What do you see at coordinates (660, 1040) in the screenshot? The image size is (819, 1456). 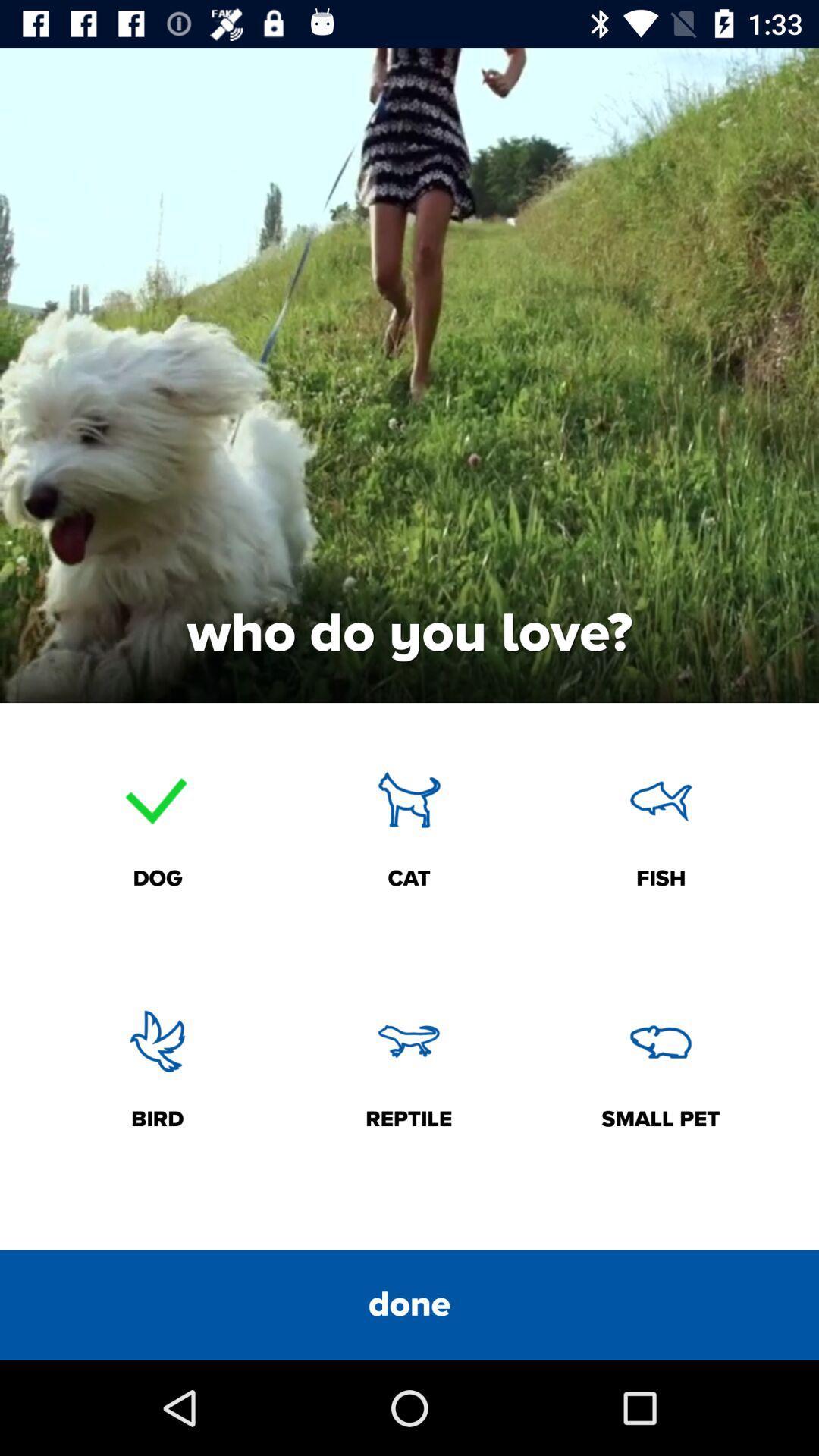 I see `the icon which is above the small pet` at bounding box center [660, 1040].